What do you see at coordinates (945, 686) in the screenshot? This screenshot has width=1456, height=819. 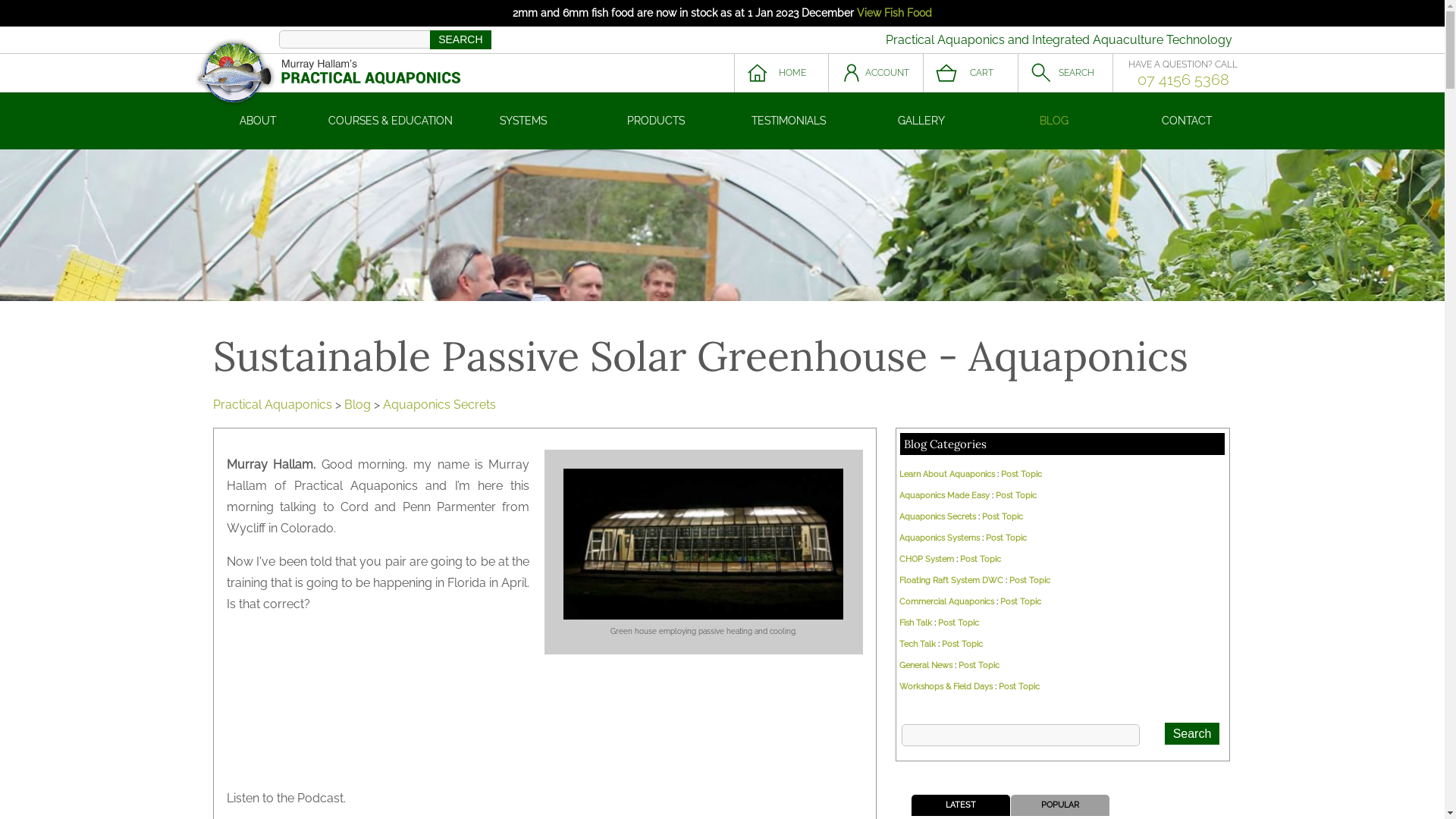 I see `'Workshops & Field Days'` at bounding box center [945, 686].